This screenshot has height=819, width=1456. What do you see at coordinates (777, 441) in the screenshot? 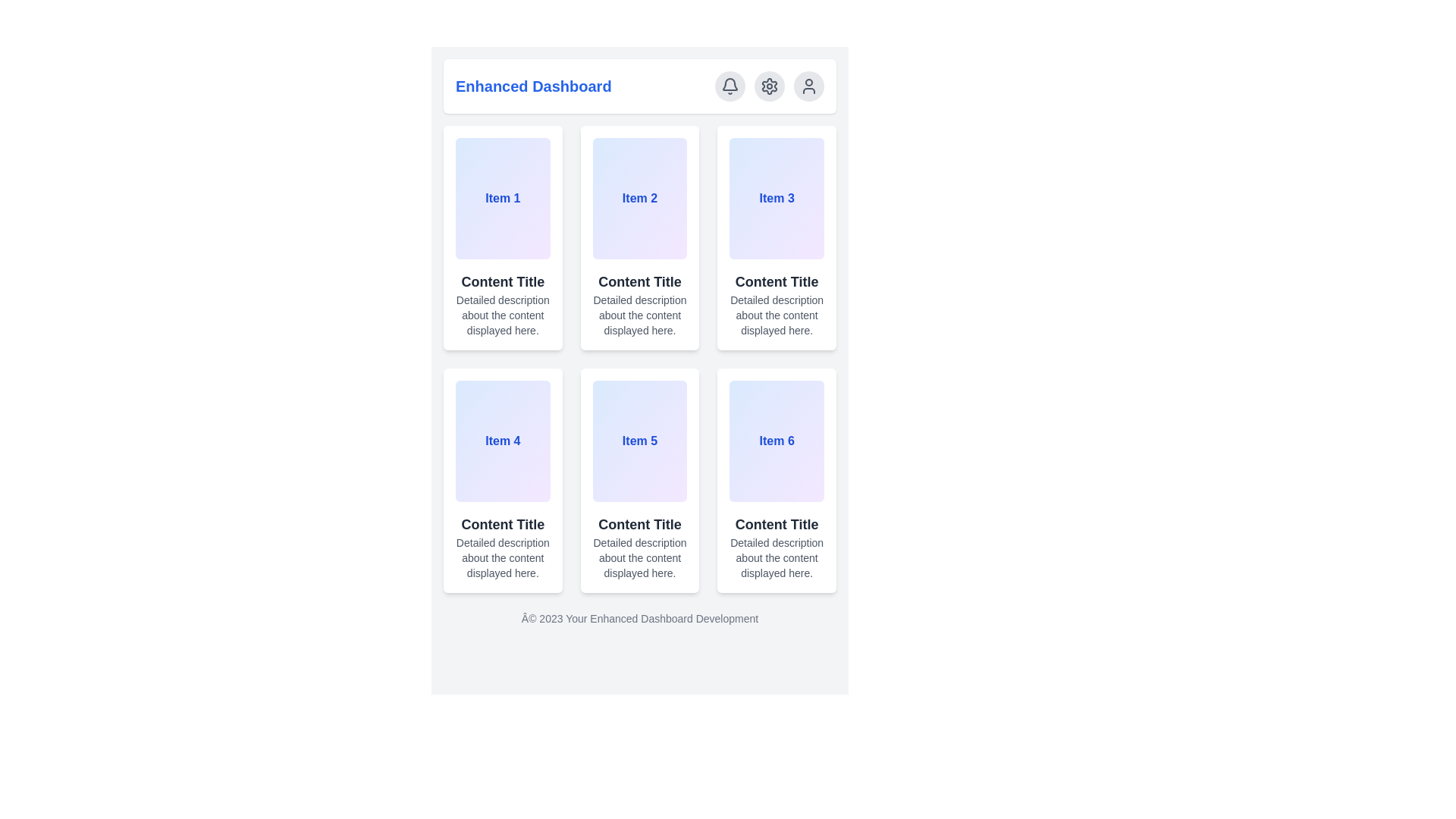
I see `the navigational card for 'Item 6', located` at bounding box center [777, 441].